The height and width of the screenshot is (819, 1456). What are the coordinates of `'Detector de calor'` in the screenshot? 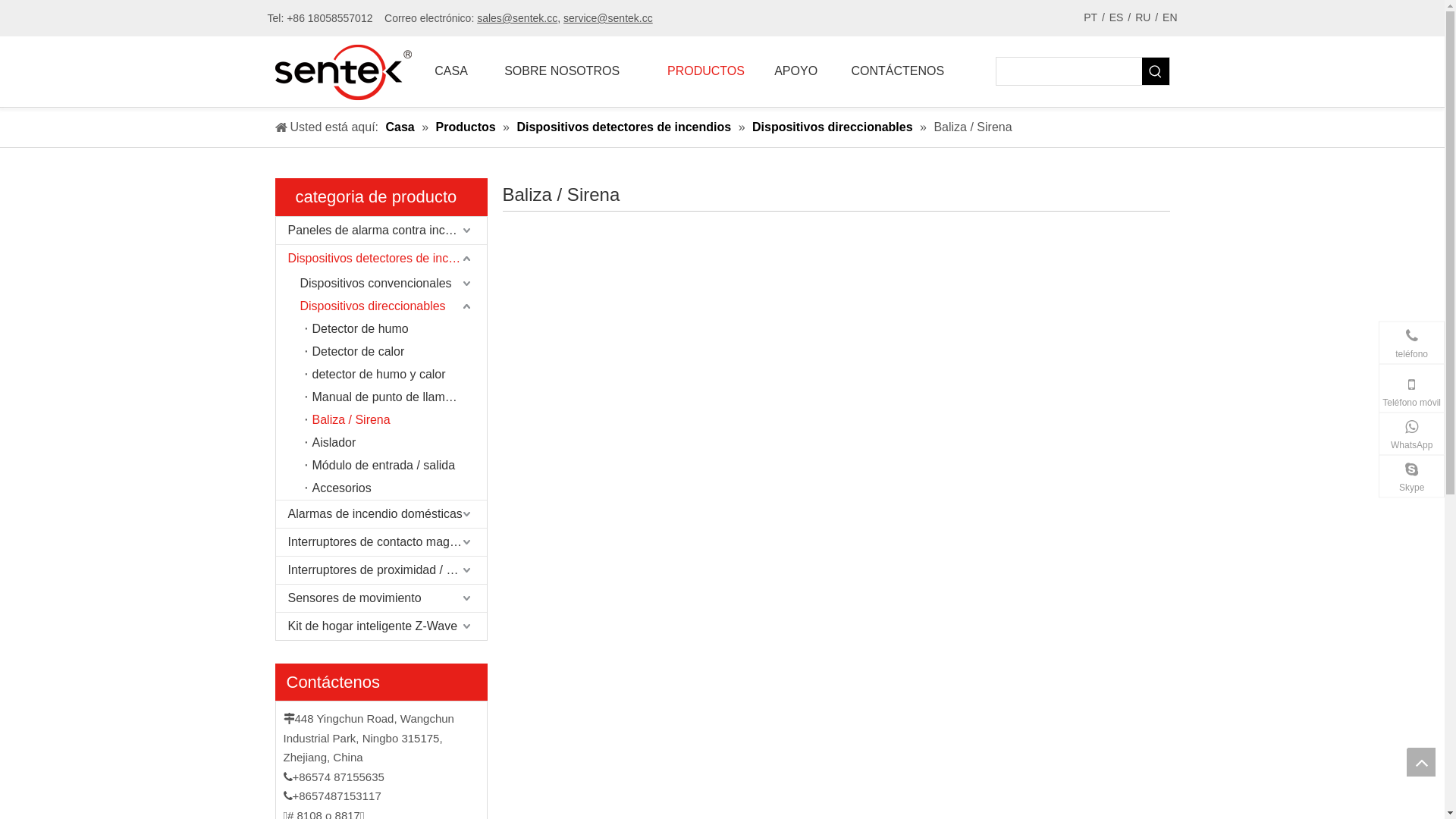 It's located at (396, 351).